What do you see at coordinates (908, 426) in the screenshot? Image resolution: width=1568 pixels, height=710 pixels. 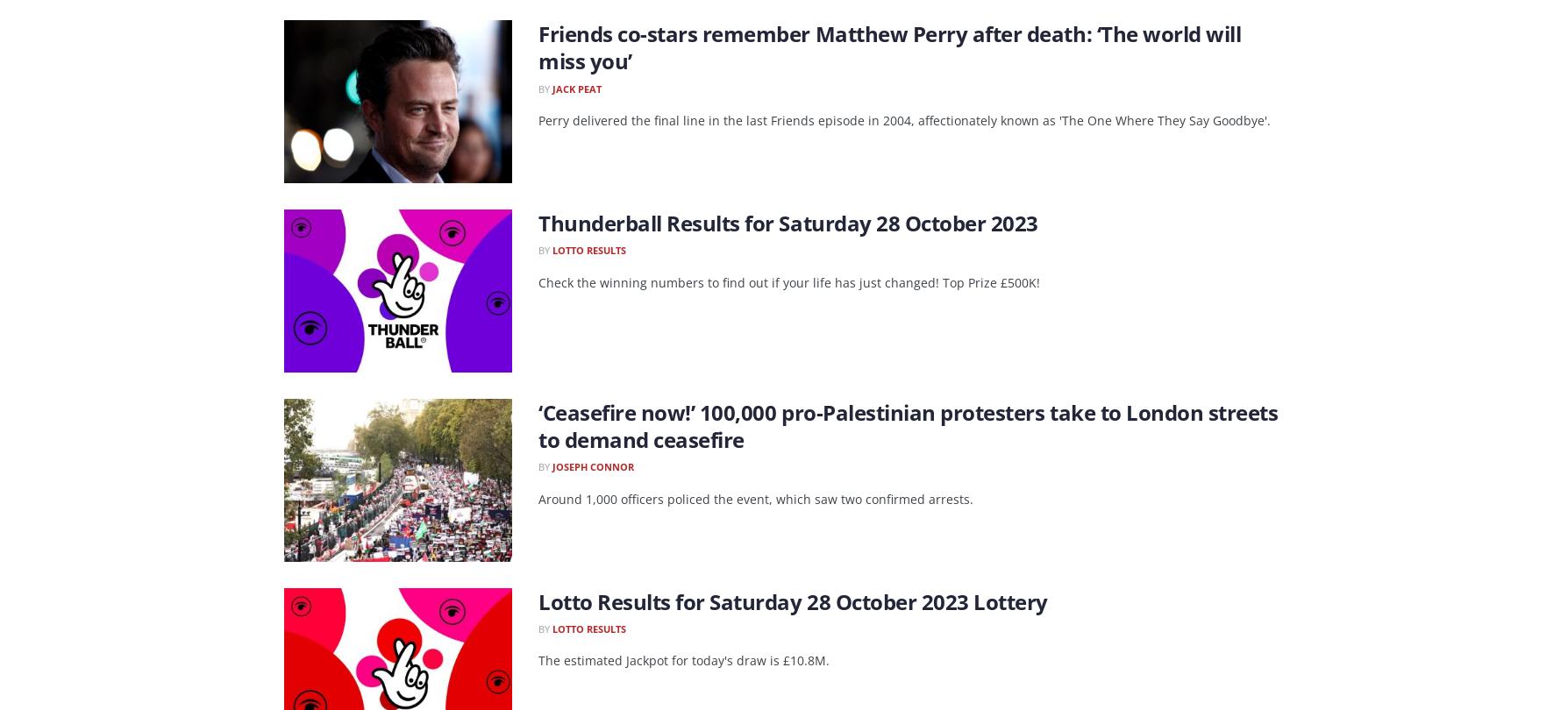 I see `'‘Ceasefire now!’ 100,000 pro-Palestinian protesters take to London streets to demand ceasefire'` at bounding box center [908, 426].